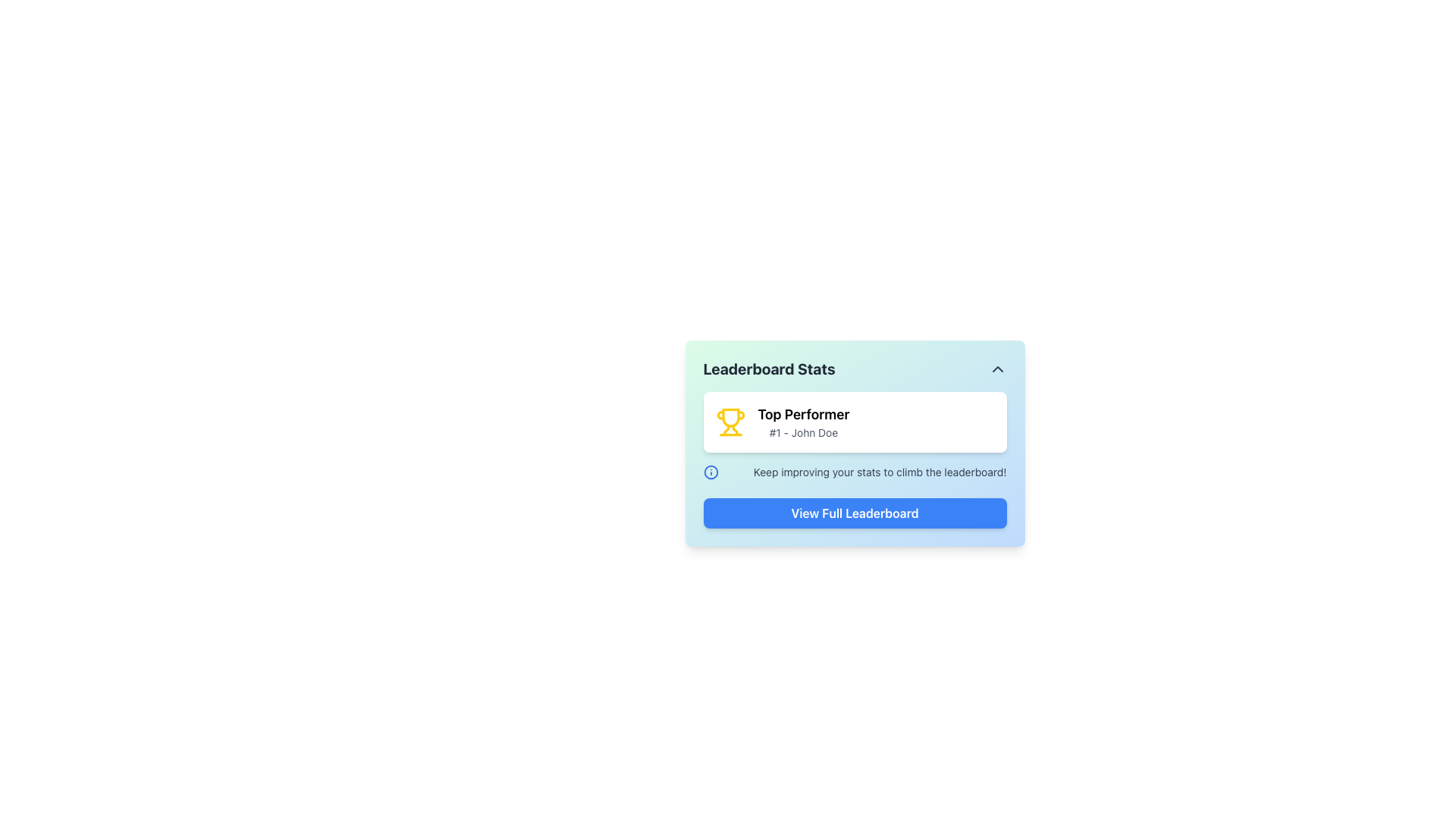 The width and height of the screenshot is (1456, 819). Describe the element at coordinates (730, 418) in the screenshot. I see `the trophy-shaped vector icon filled with a golden yellow color, located to the left of the text 'Top Performer' in the leaderboard card layout` at that location.